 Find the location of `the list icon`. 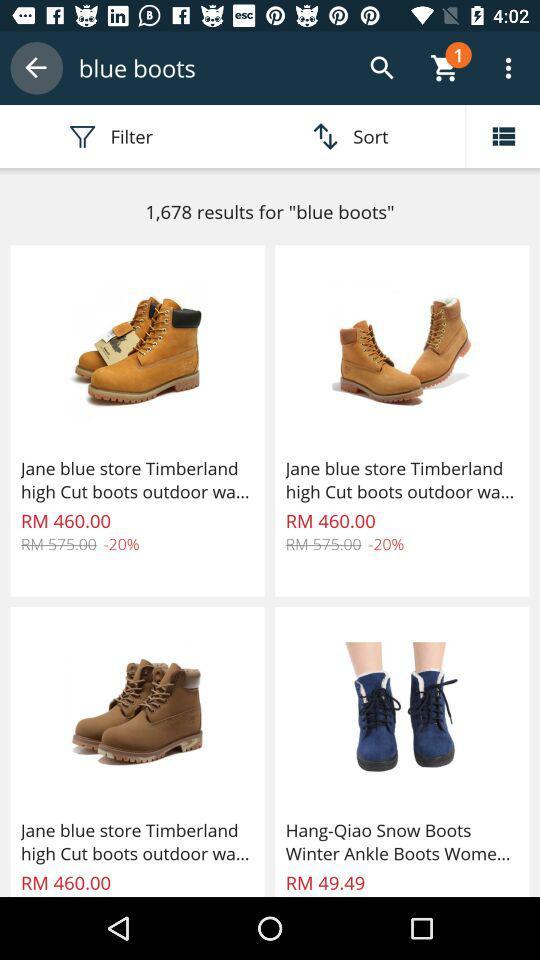

the list icon is located at coordinates (502, 135).